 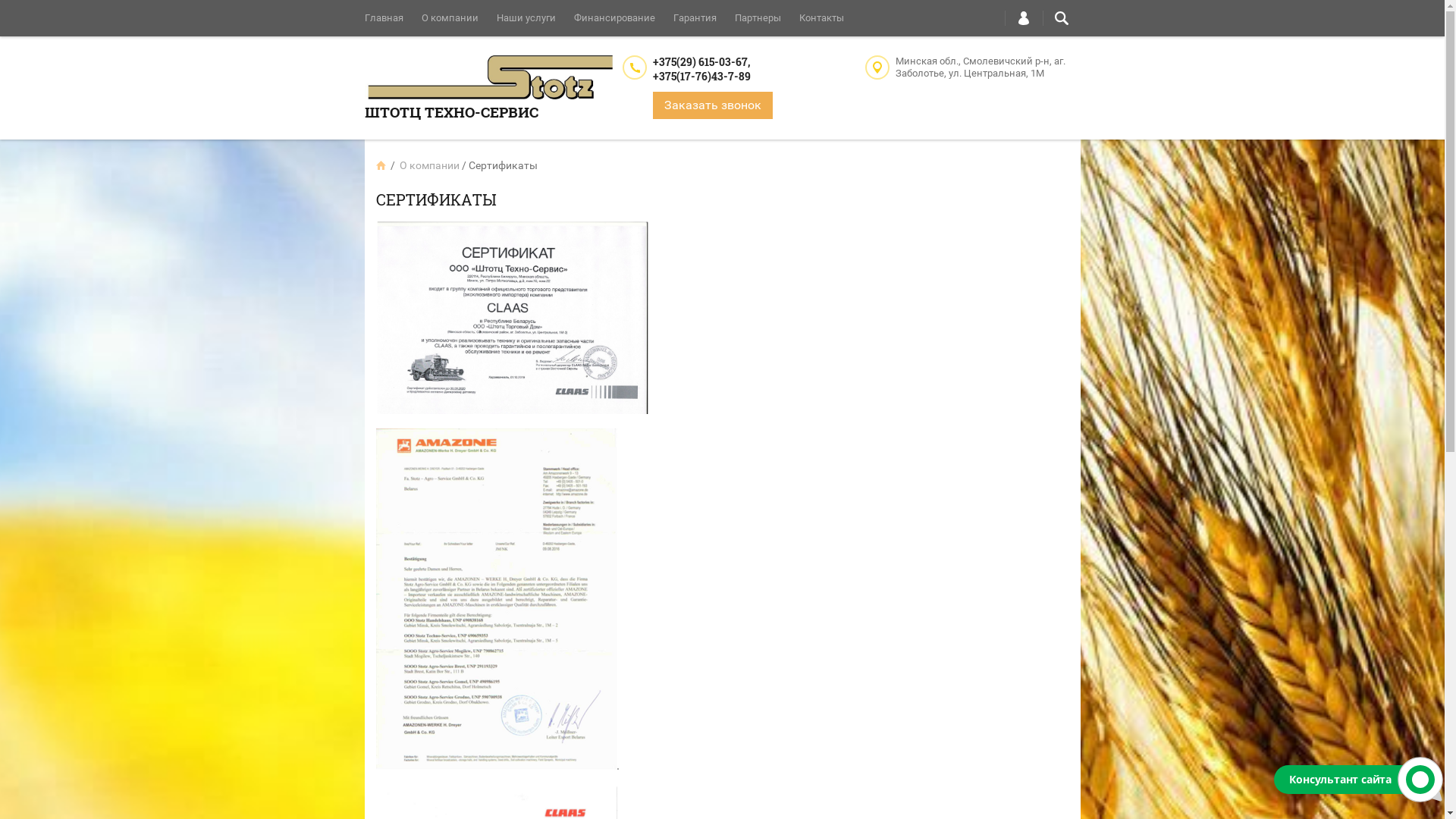 What do you see at coordinates (651, 61) in the screenshot?
I see `'+375(29) 615-03-67,'` at bounding box center [651, 61].